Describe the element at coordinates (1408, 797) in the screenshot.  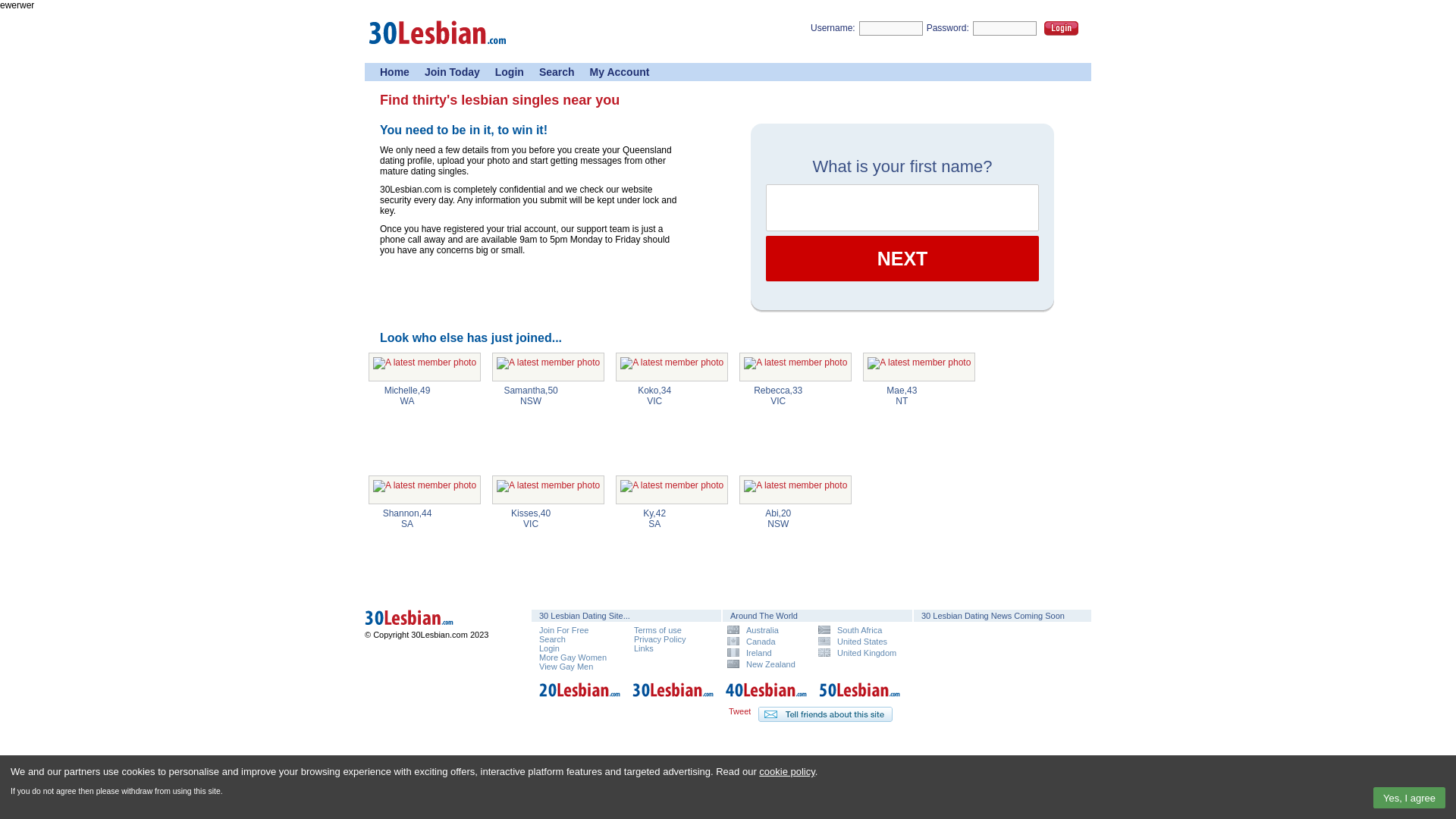
I see `'Yes, I agree'` at that location.